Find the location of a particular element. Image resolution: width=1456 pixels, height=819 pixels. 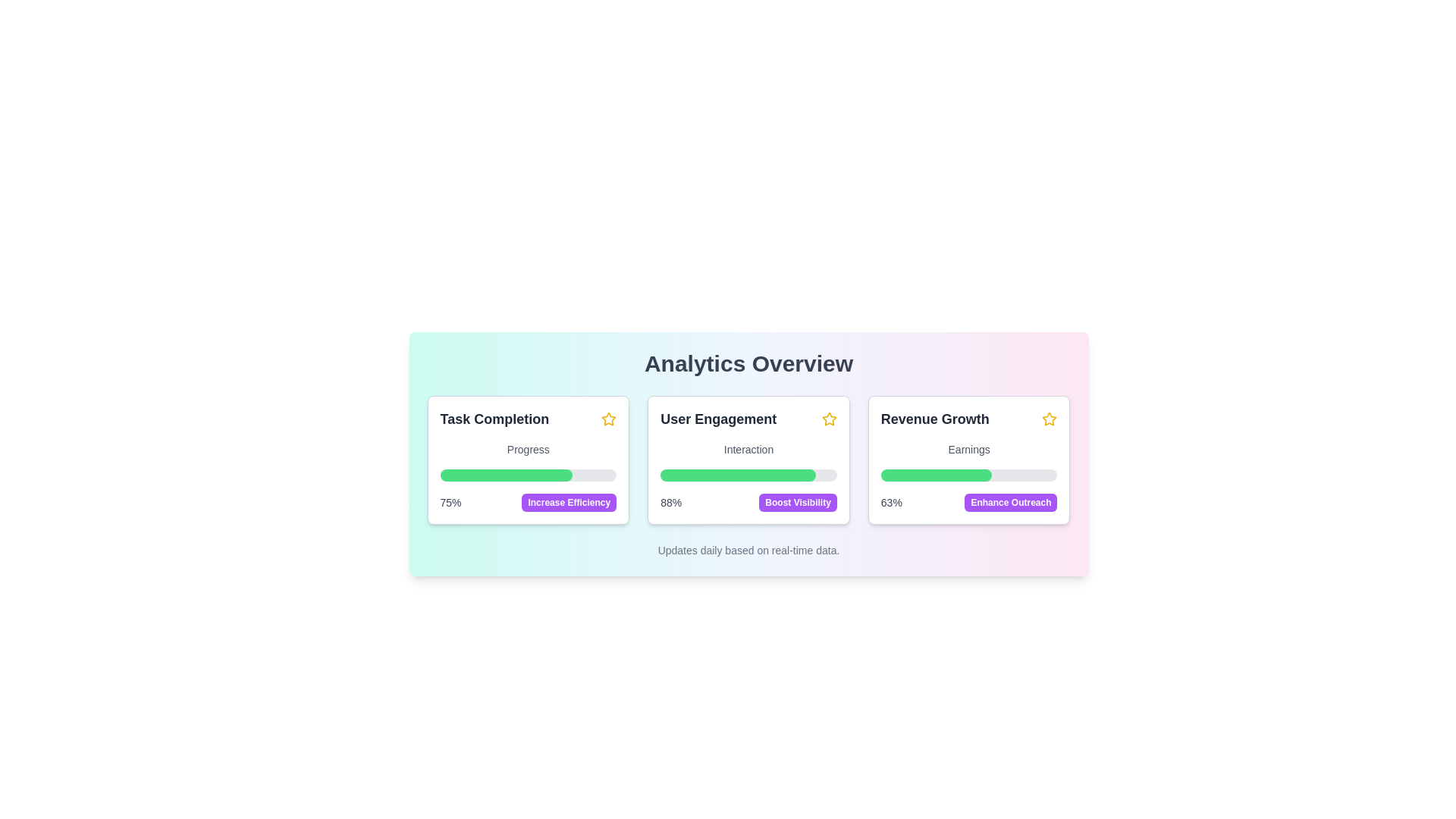

the 'Increase Efficiency' button with a purple background and bold white text located in the 'Analytics Overview' section is located at coordinates (568, 503).